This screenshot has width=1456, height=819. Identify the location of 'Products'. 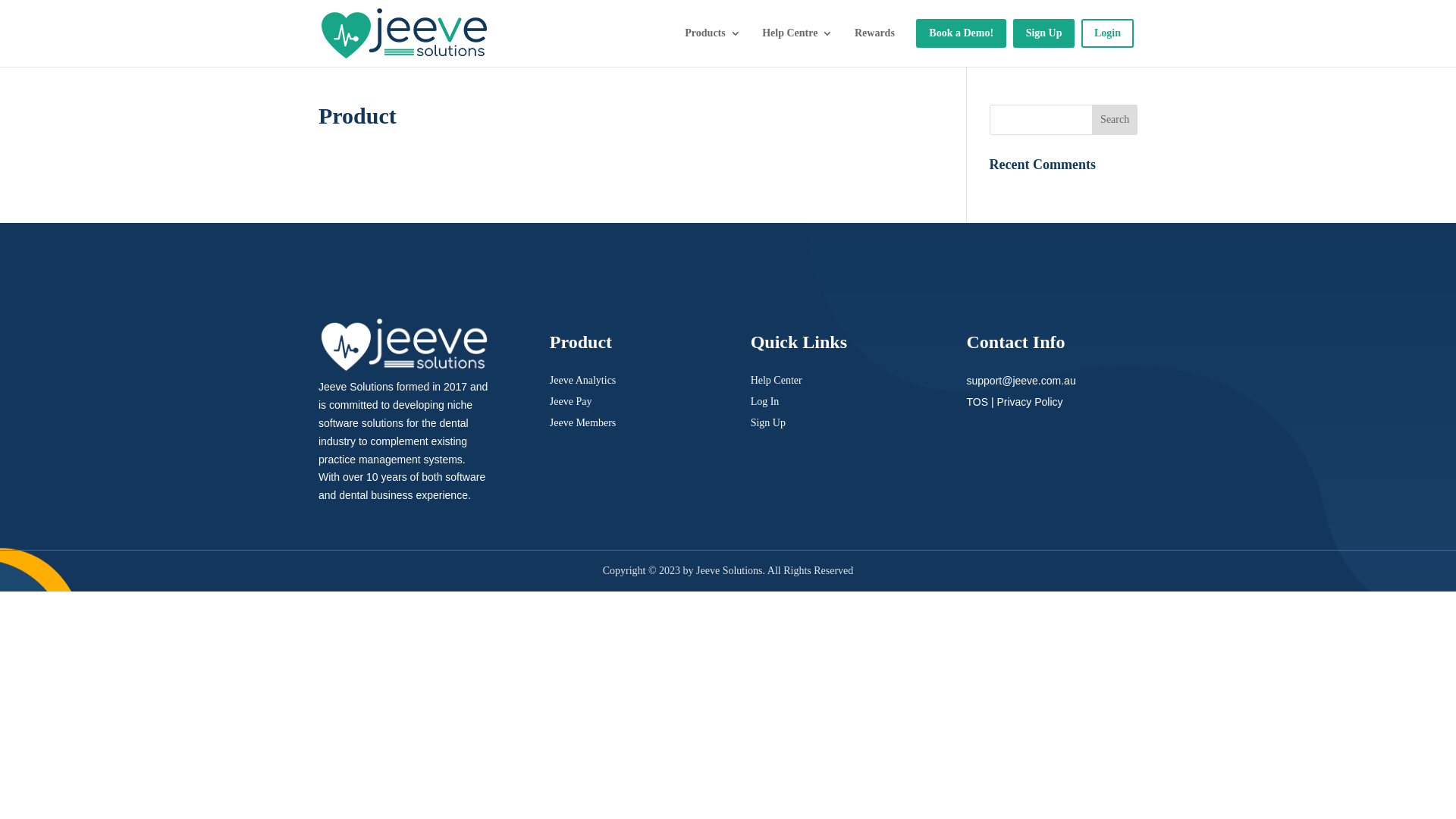
(705, 33).